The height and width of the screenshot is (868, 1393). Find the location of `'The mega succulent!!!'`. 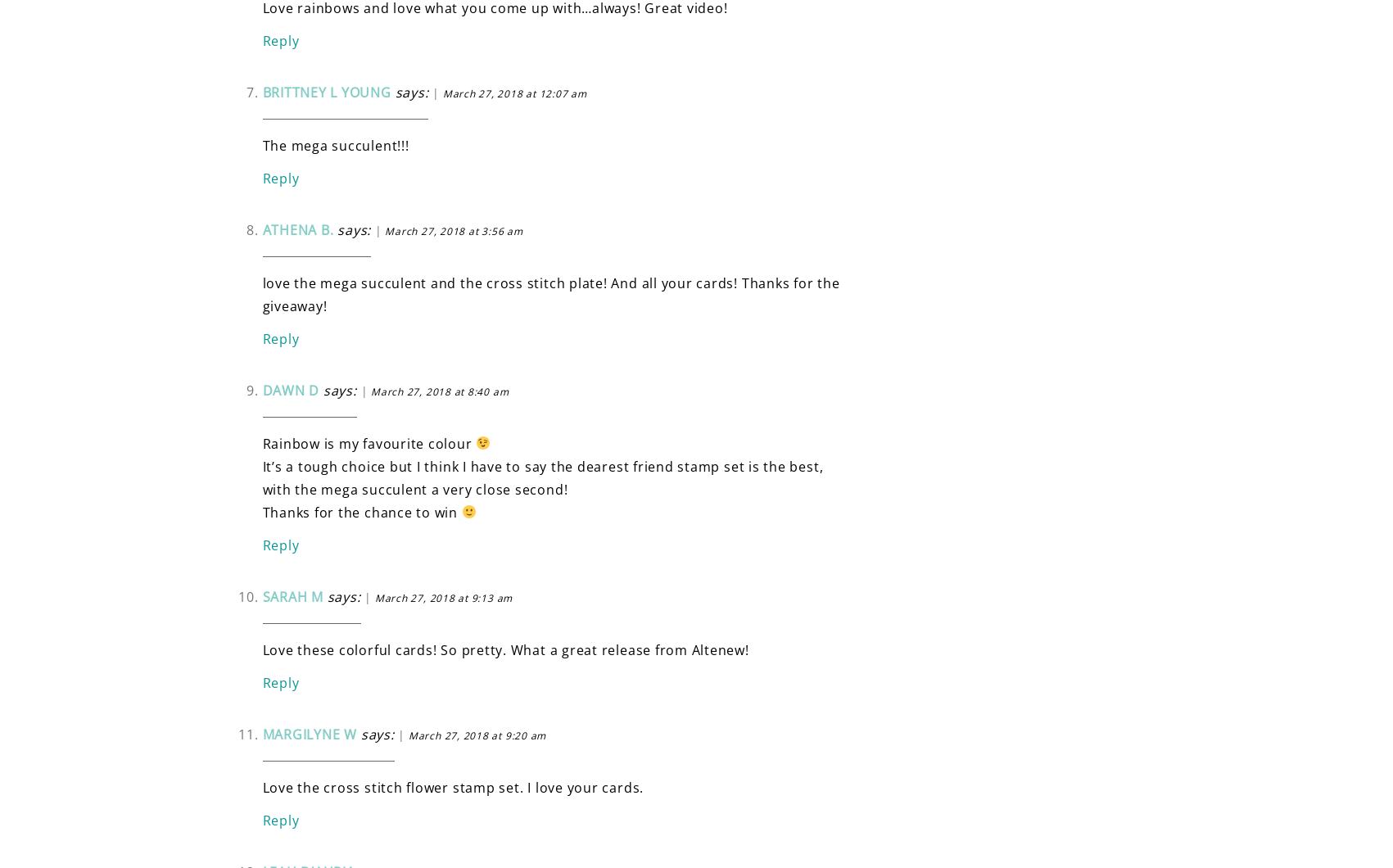

'The mega succulent!!!' is located at coordinates (261, 144).